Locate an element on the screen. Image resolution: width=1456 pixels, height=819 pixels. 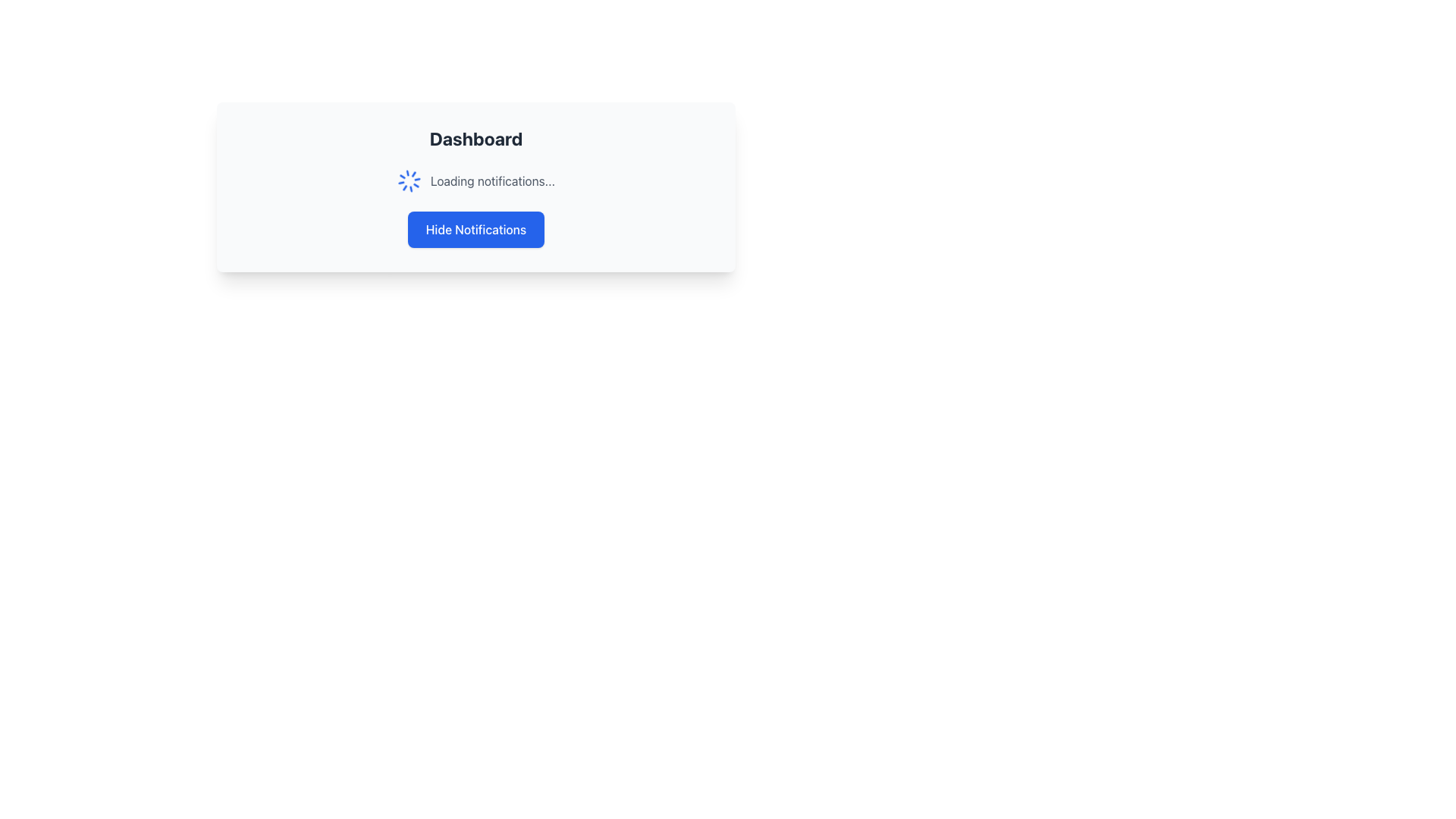
the Loader icon that visually indicates a loading or processing state, located to the left of the text 'Loading notifications...' is located at coordinates (409, 180).